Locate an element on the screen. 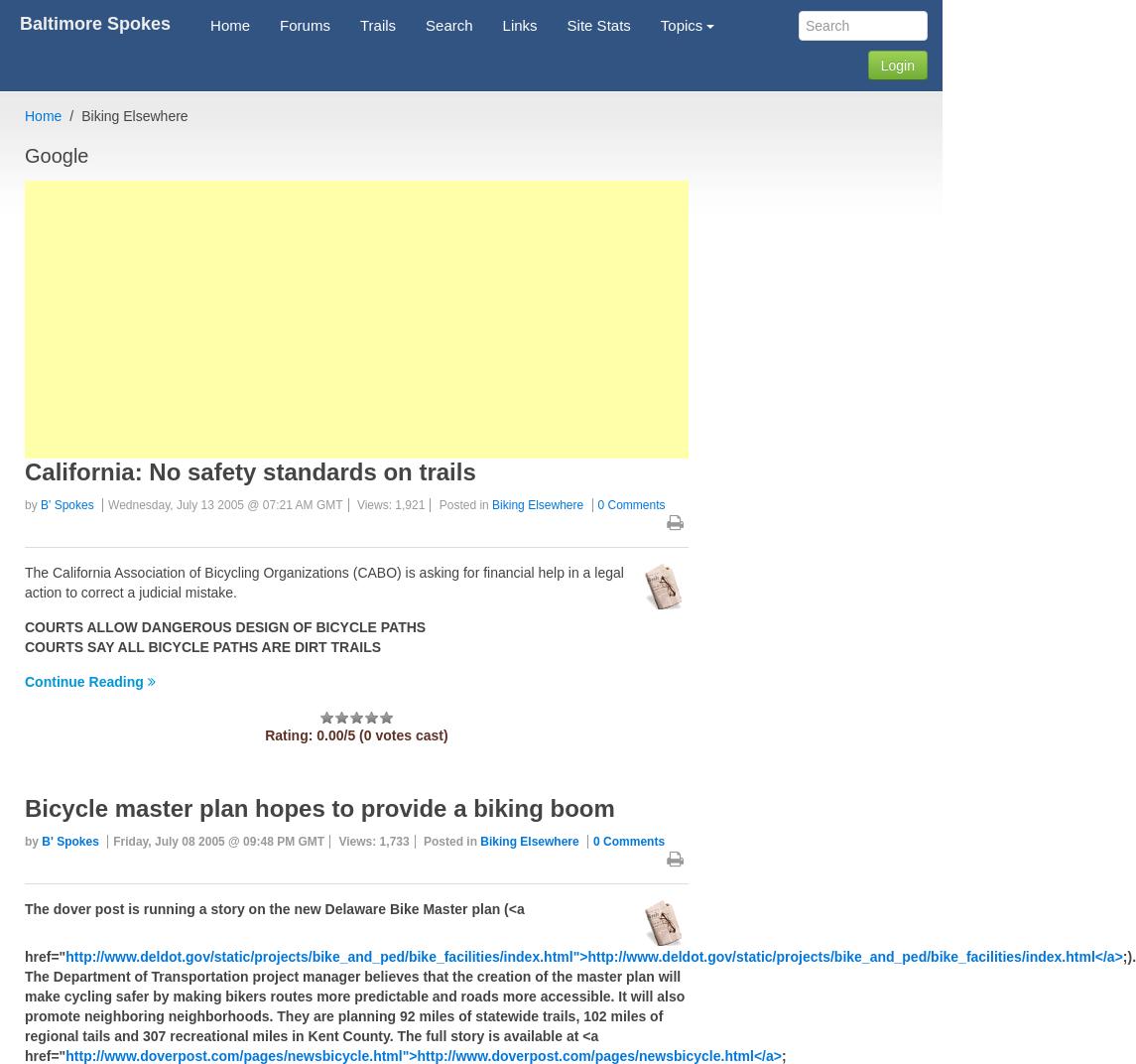 The height and width of the screenshot is (1064, 1136). 'Views: 1,921' is located at coordinates (390, 504).